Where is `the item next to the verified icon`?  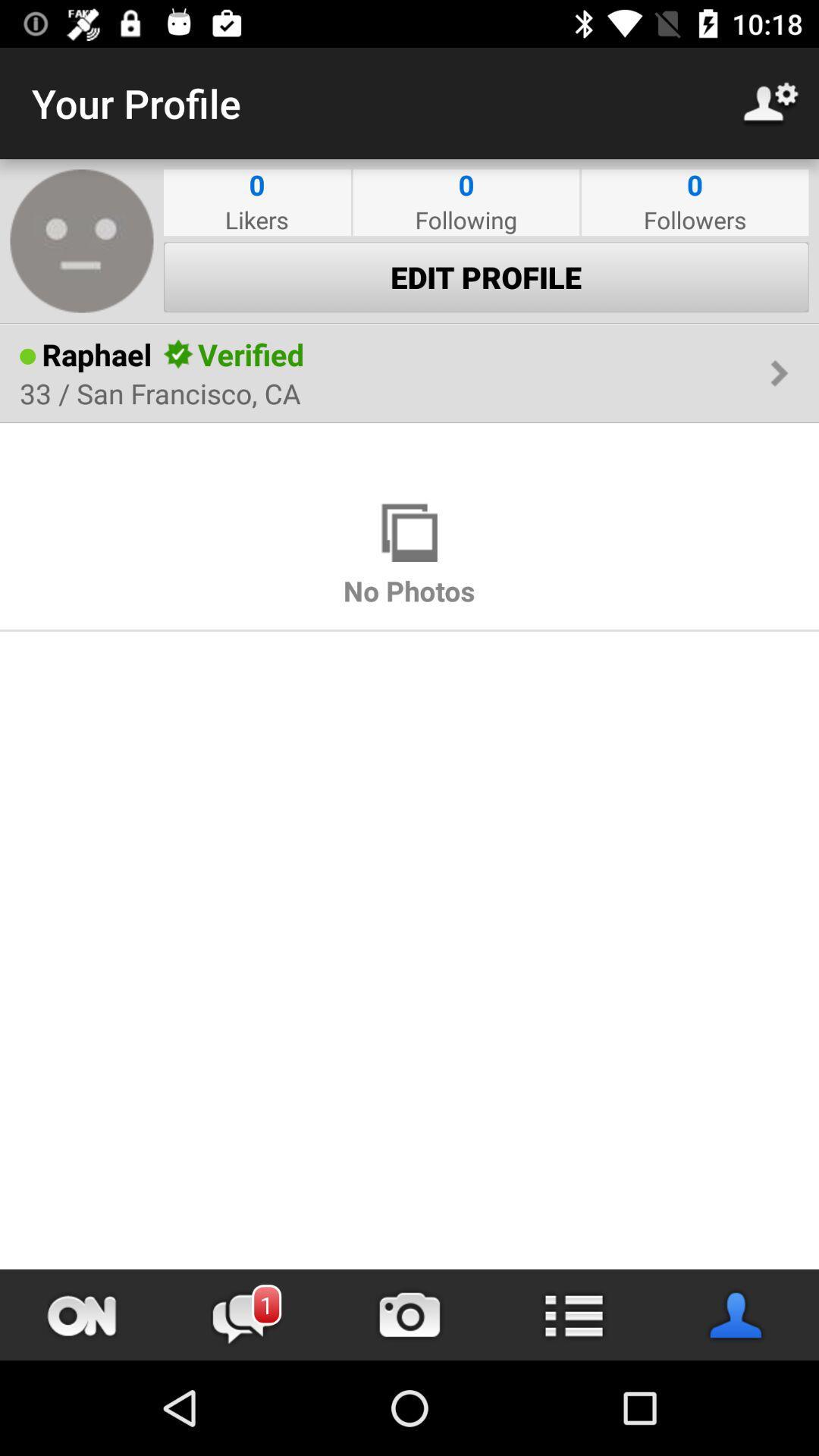
the item next to the verified icon is located at coordinates (536, 353).